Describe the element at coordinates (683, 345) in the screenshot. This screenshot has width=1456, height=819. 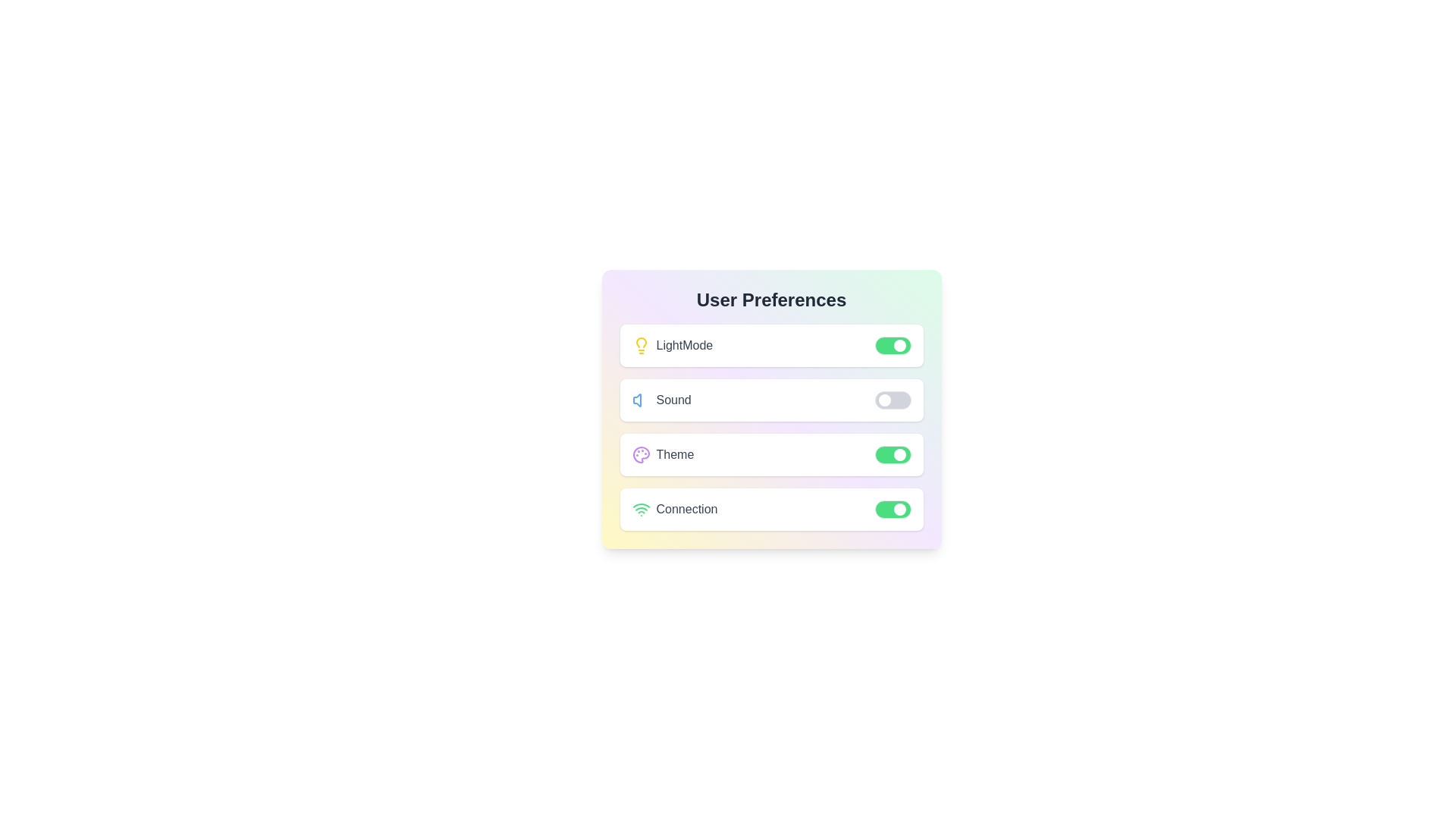
I see `static text label displaying 'lightMode', which is positioned between a lightbulb icon and a toggle switch in the user preferences panel` at that location.